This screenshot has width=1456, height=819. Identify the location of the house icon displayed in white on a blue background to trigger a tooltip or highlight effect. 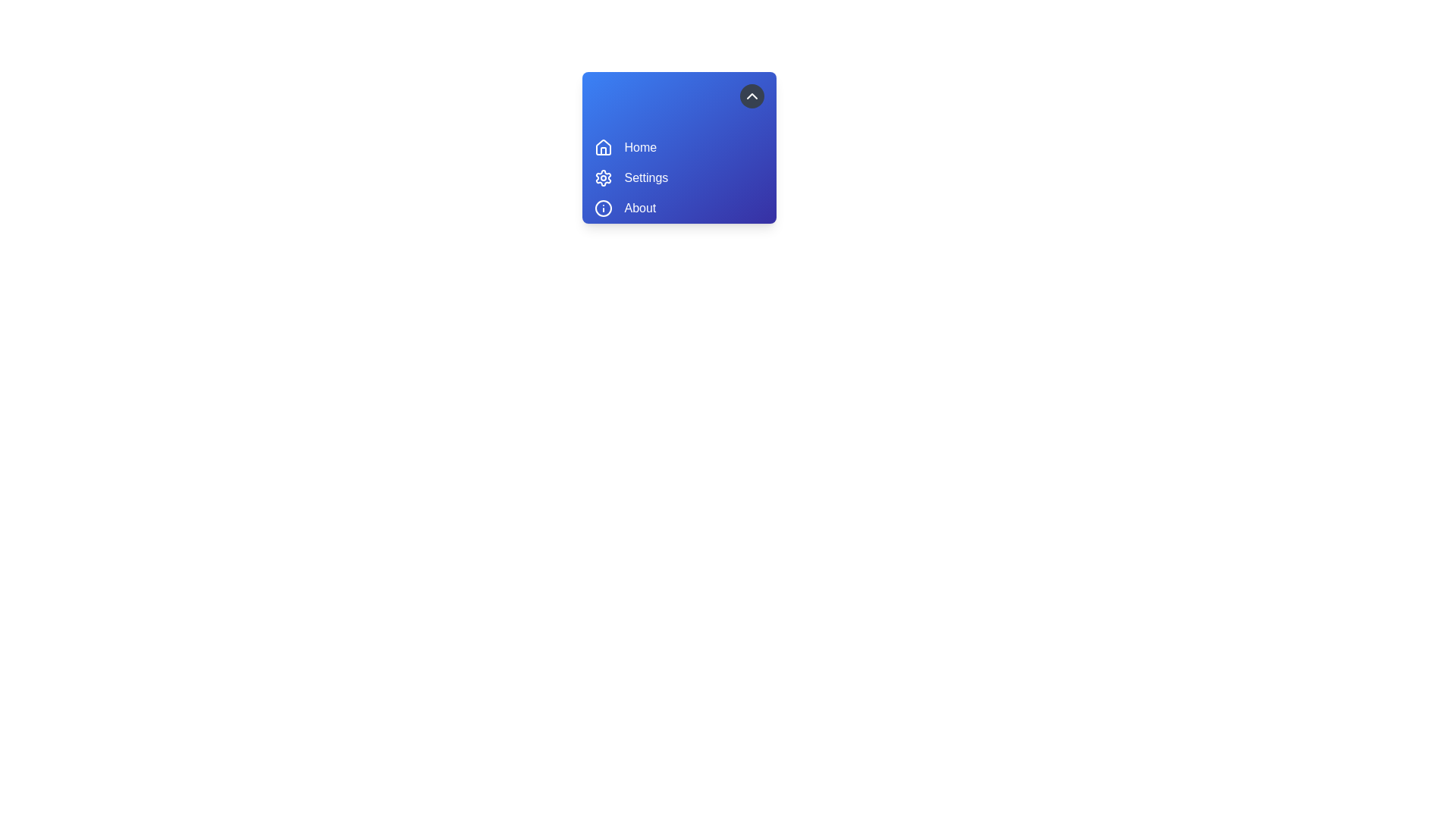
(602, 148).